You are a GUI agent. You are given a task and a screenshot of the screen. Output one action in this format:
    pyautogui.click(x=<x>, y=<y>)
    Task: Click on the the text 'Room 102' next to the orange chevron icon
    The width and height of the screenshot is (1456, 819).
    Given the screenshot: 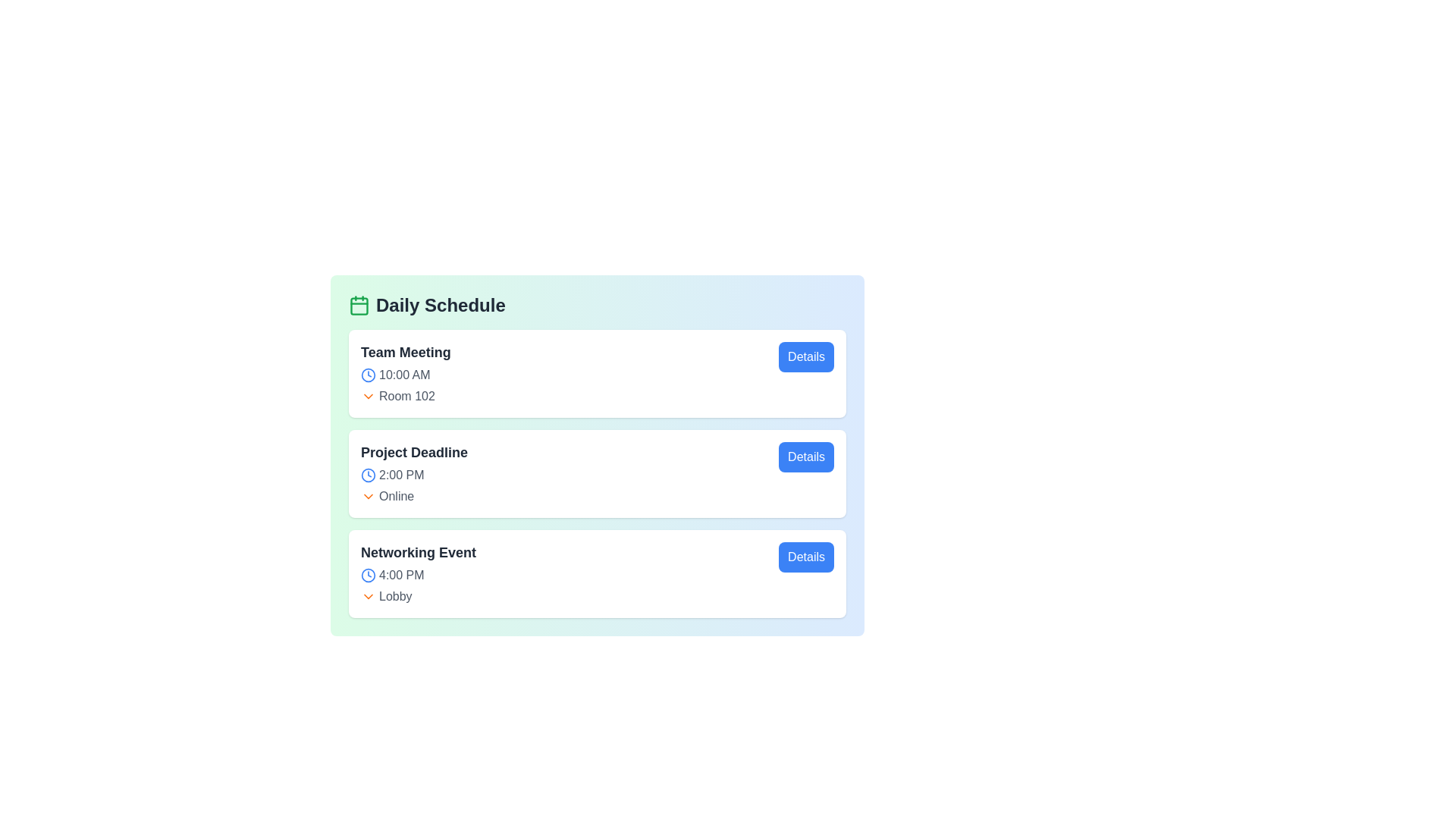 What is the action you would take?
    pyautogui.click(x=406, y=396)
    